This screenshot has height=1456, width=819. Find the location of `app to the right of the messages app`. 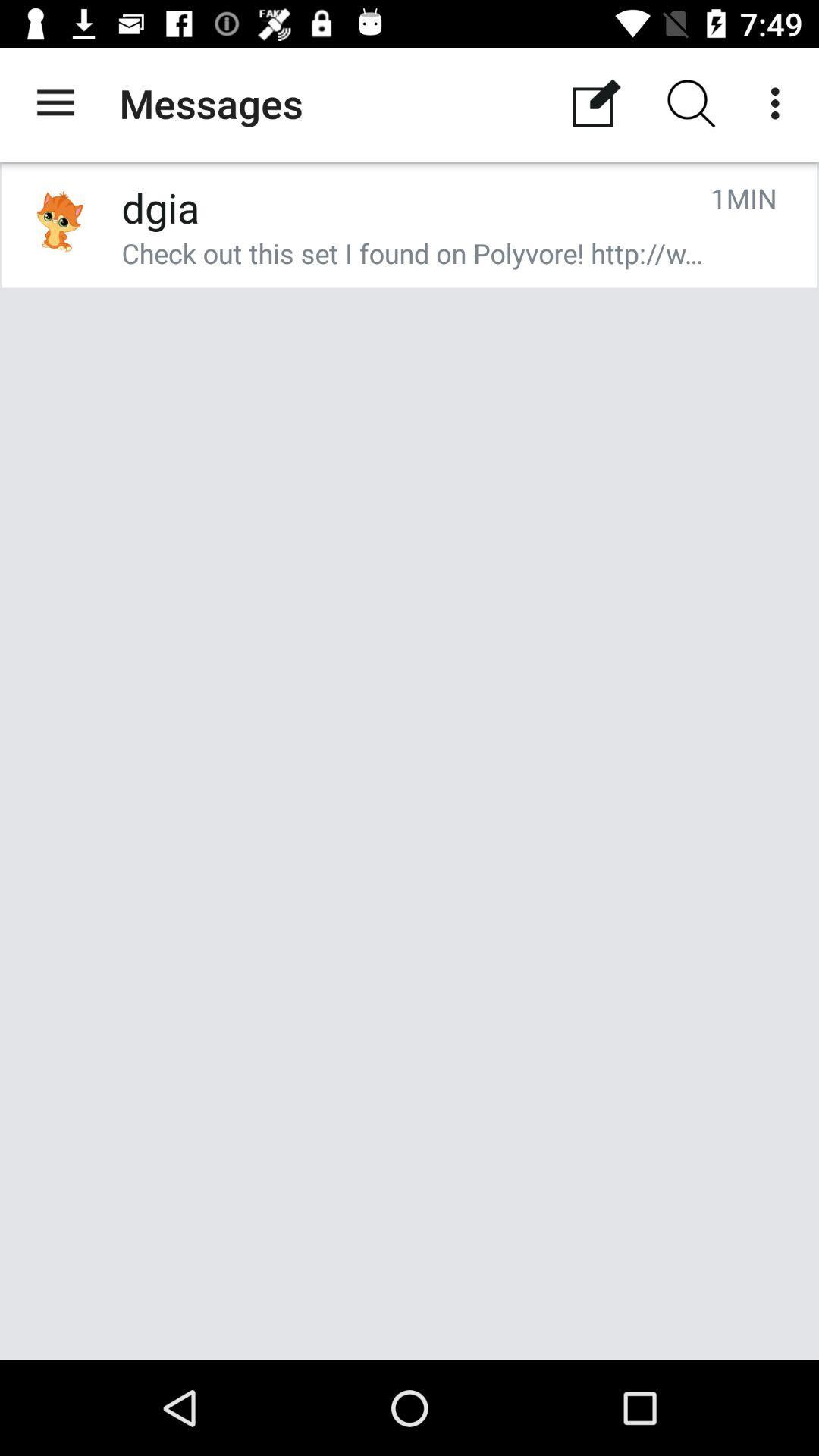

app to the right of the messages app is located at coordinates (595, 102).